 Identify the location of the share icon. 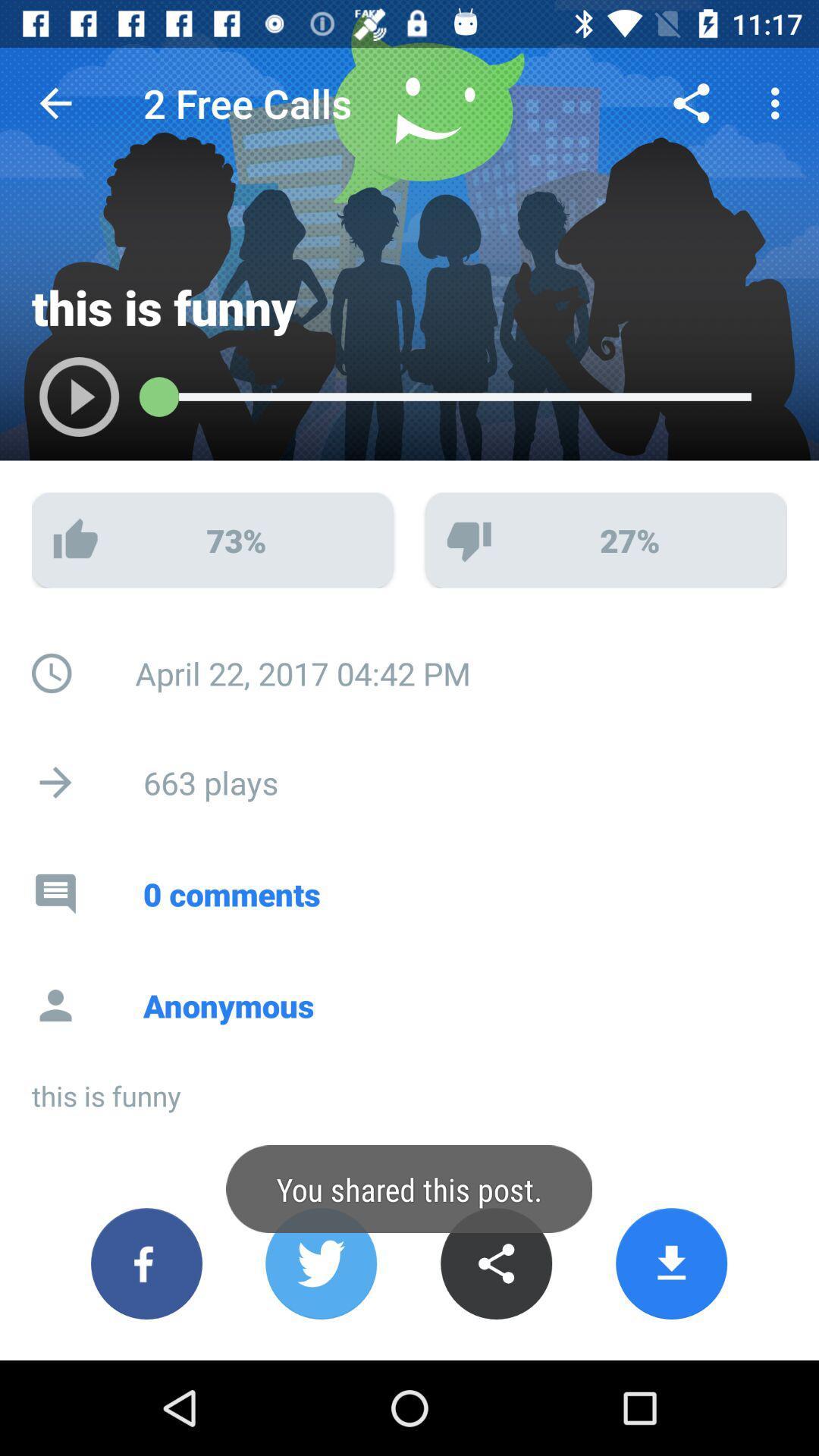
(496, 1263).